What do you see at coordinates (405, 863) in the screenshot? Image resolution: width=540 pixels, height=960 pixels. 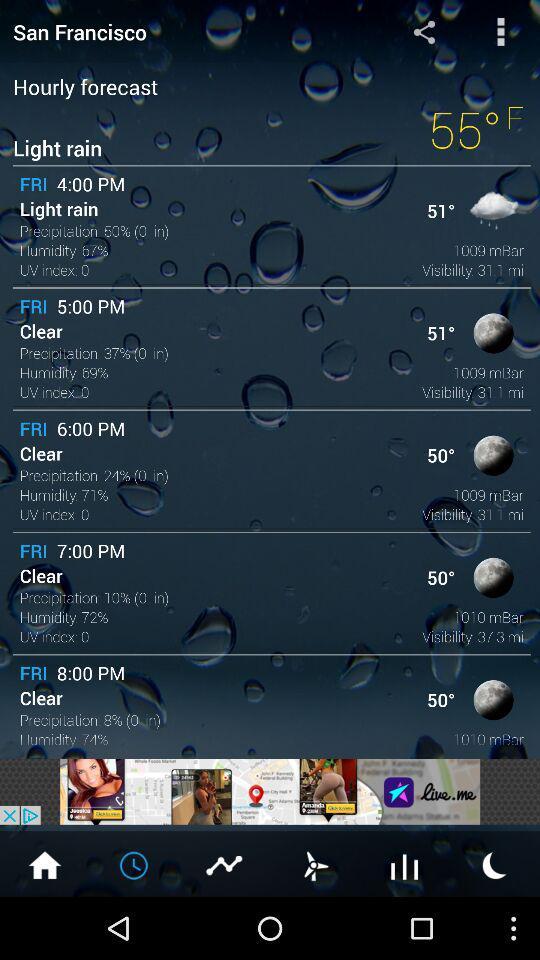 I see `open 10-day forecast` at bounding box center [405, 863].